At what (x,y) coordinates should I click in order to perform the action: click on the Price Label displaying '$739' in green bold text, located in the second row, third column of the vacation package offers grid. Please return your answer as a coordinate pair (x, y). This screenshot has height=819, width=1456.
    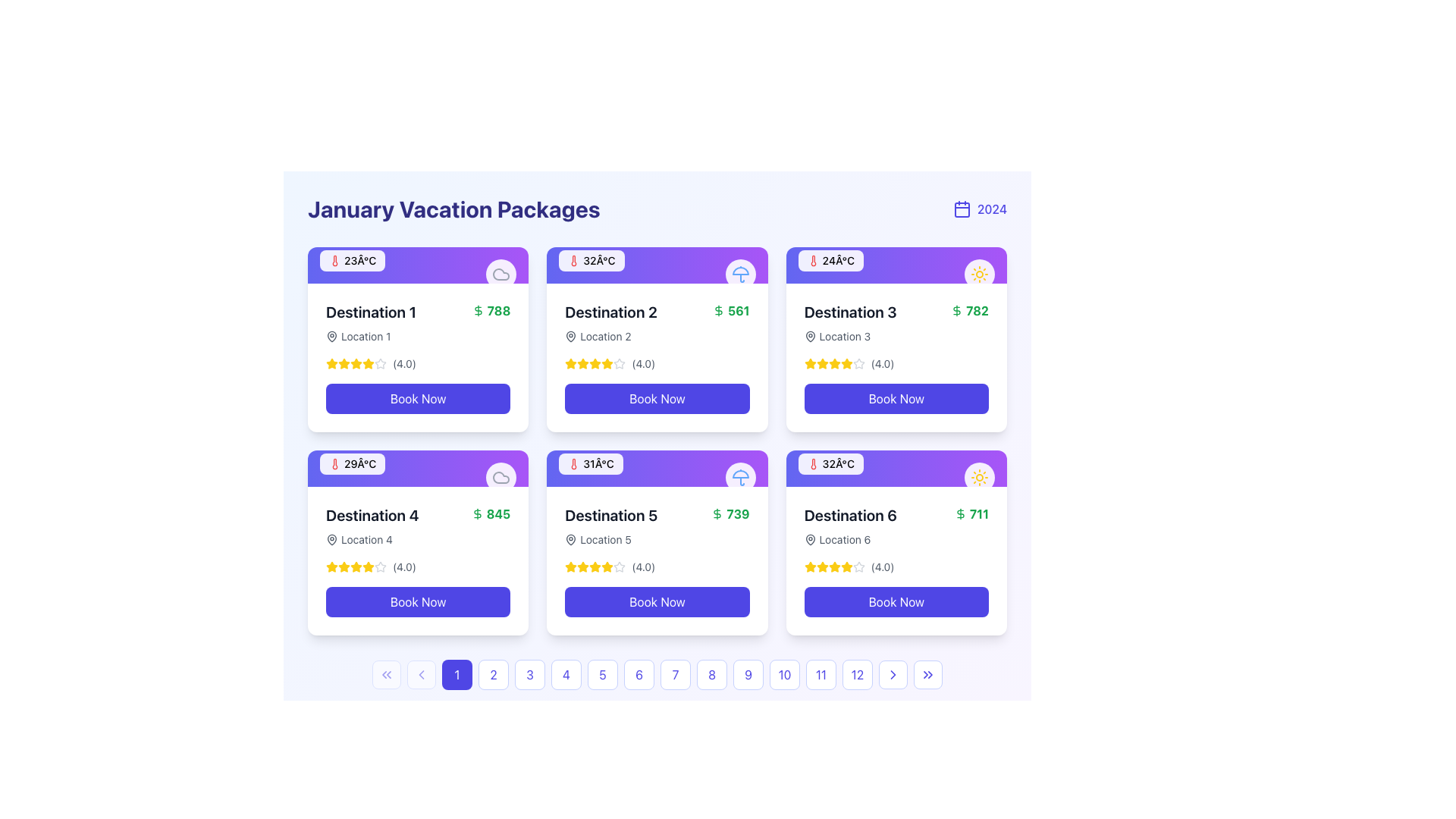
    Looking at the image, I should click on (730, 513).